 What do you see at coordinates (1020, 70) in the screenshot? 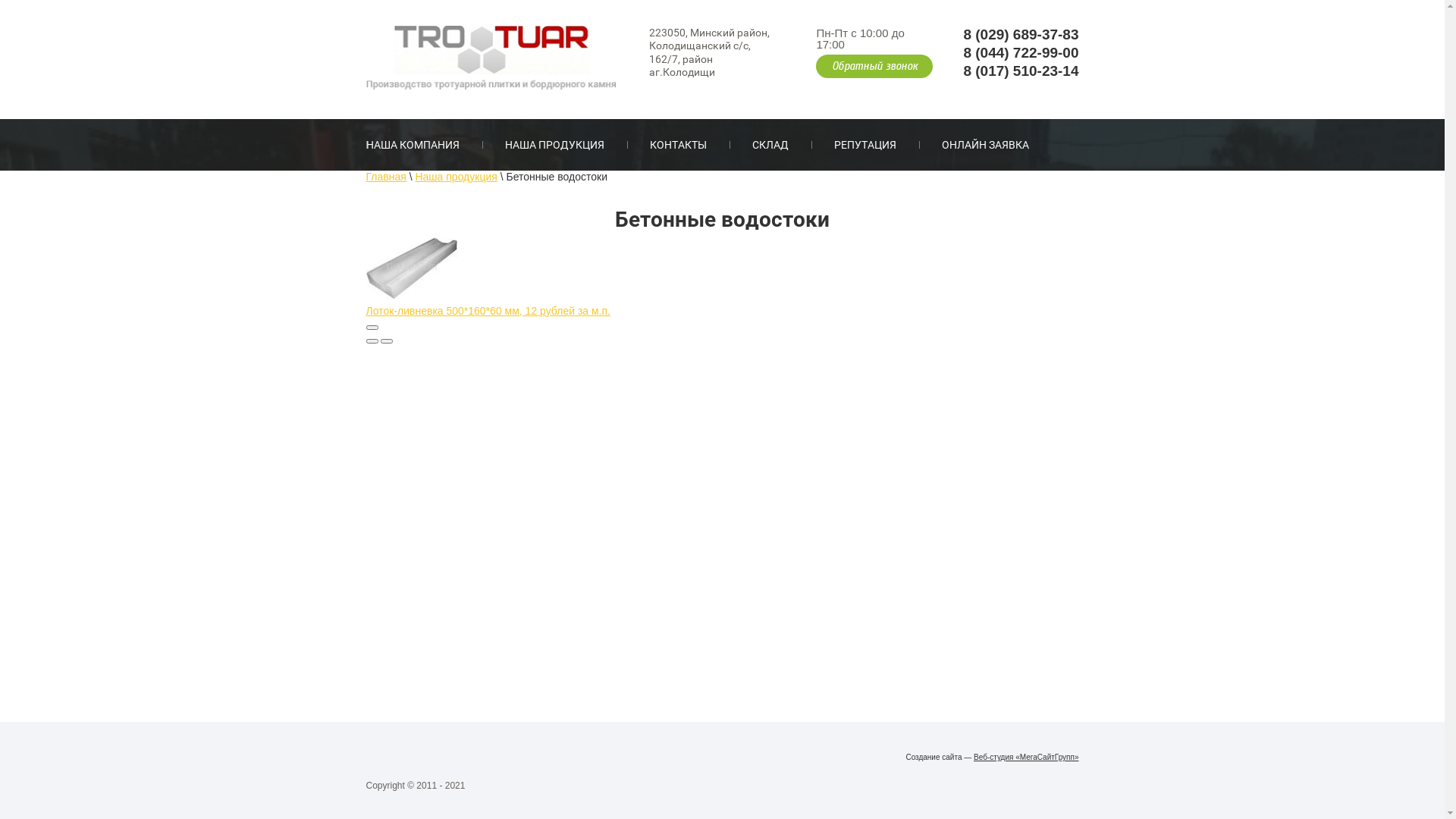
I see `'8 (017) 510-23-14'` at bounding box center [1020, 70].